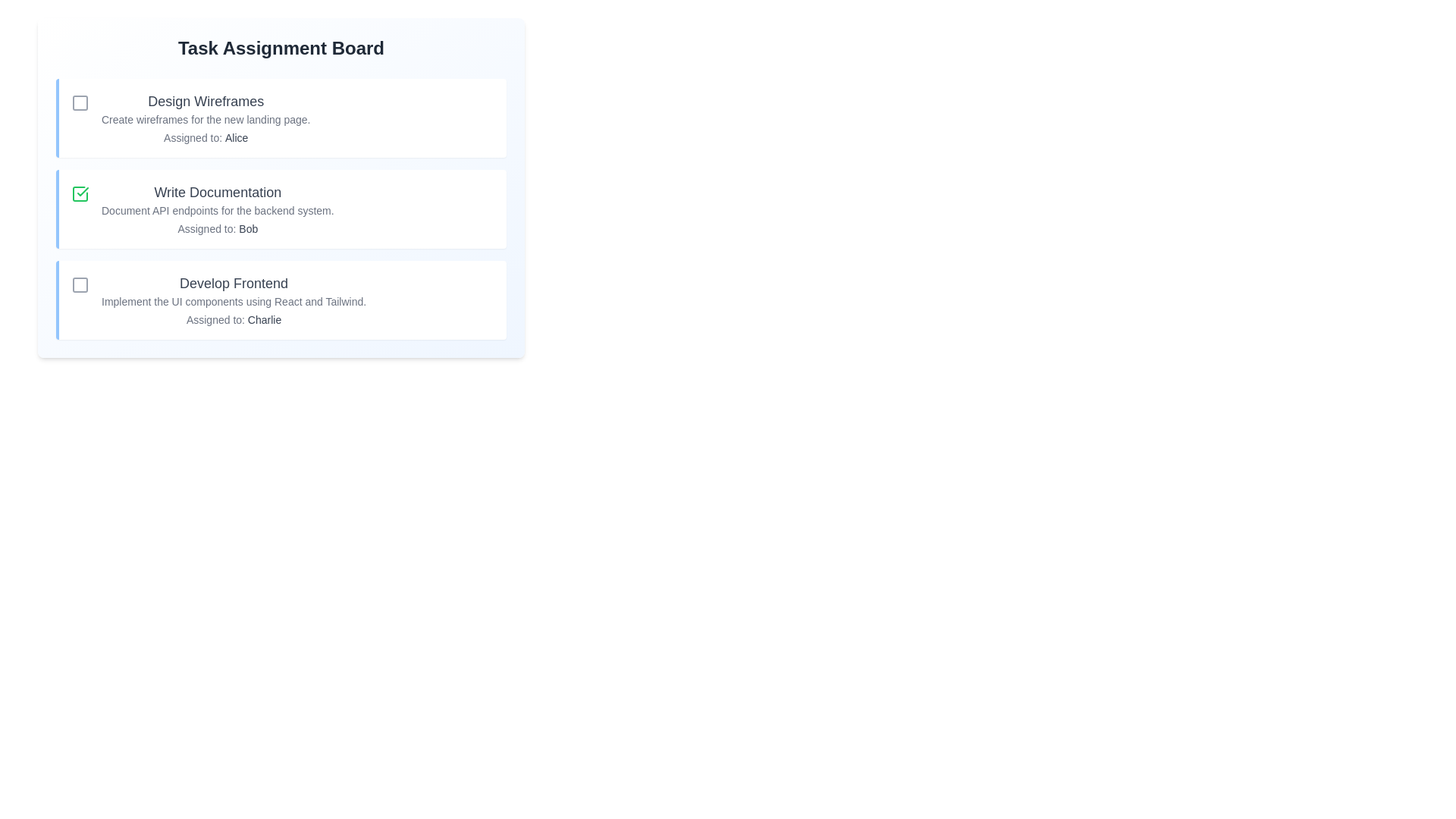 The height and width of the screenshot is (819, 1456). What do you see at coordinates (79, 193) in the screenshot?
I see `the green checkmark checkbox located on the left side of the 'Write Documentation' task` at bounding box center [79, 193].